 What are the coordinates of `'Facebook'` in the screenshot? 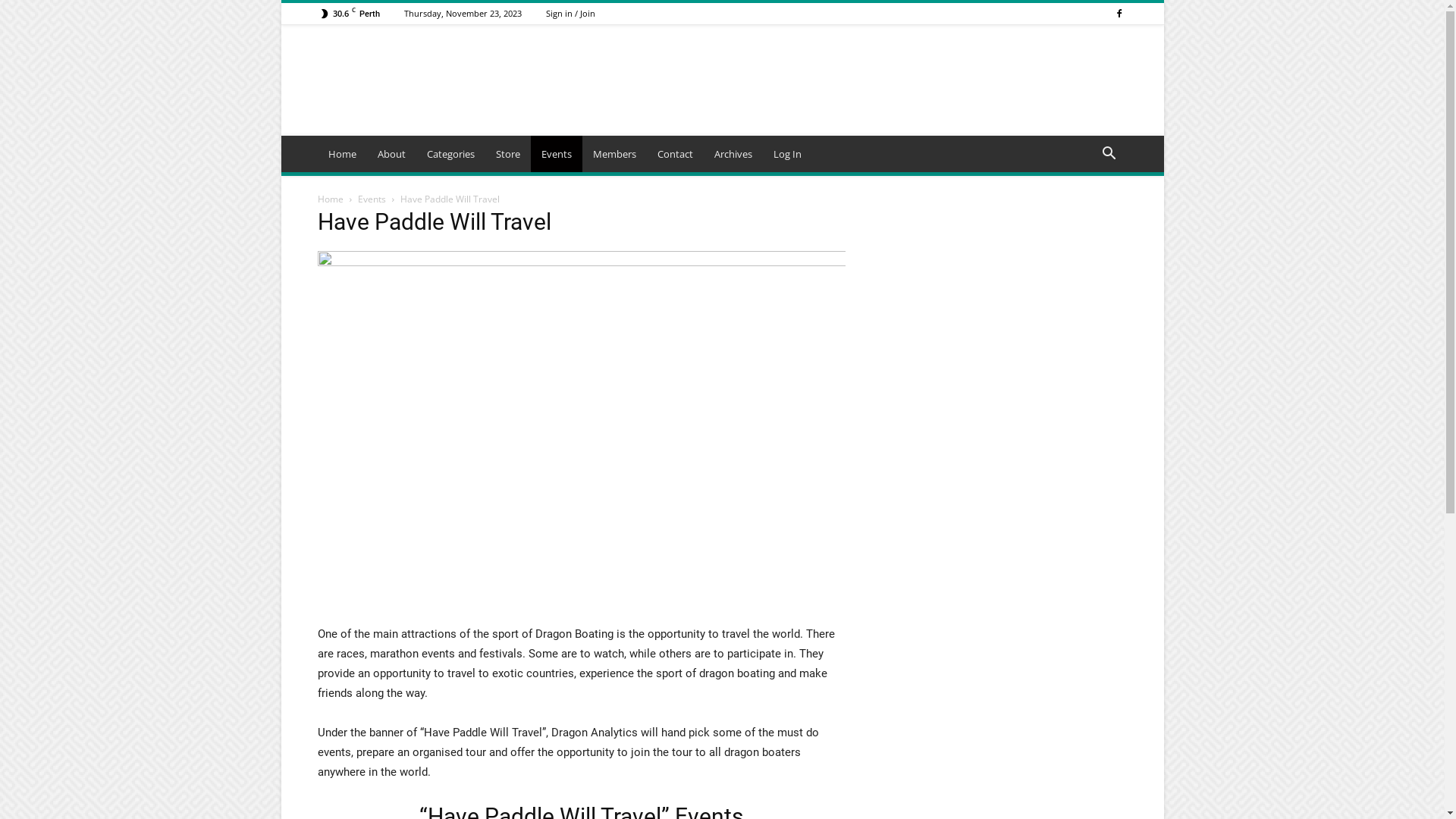 It's located at (1118, 13).